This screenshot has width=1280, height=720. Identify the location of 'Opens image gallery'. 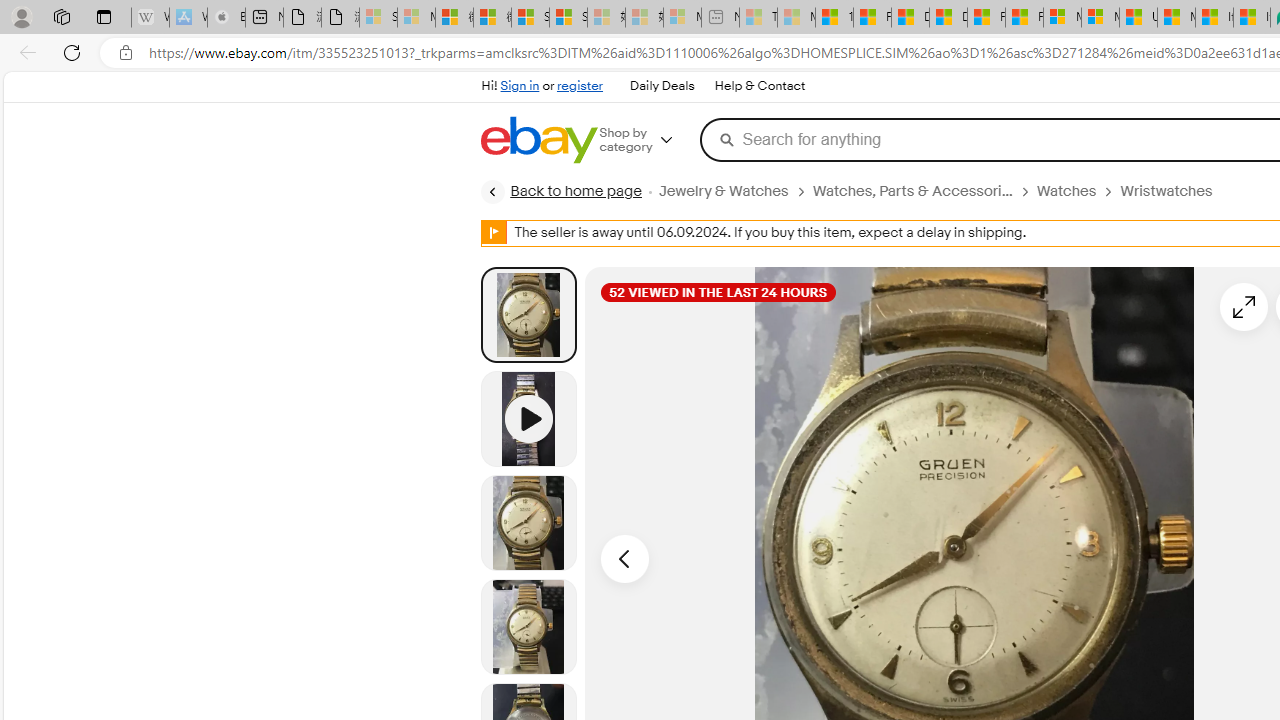
(1243, 306).